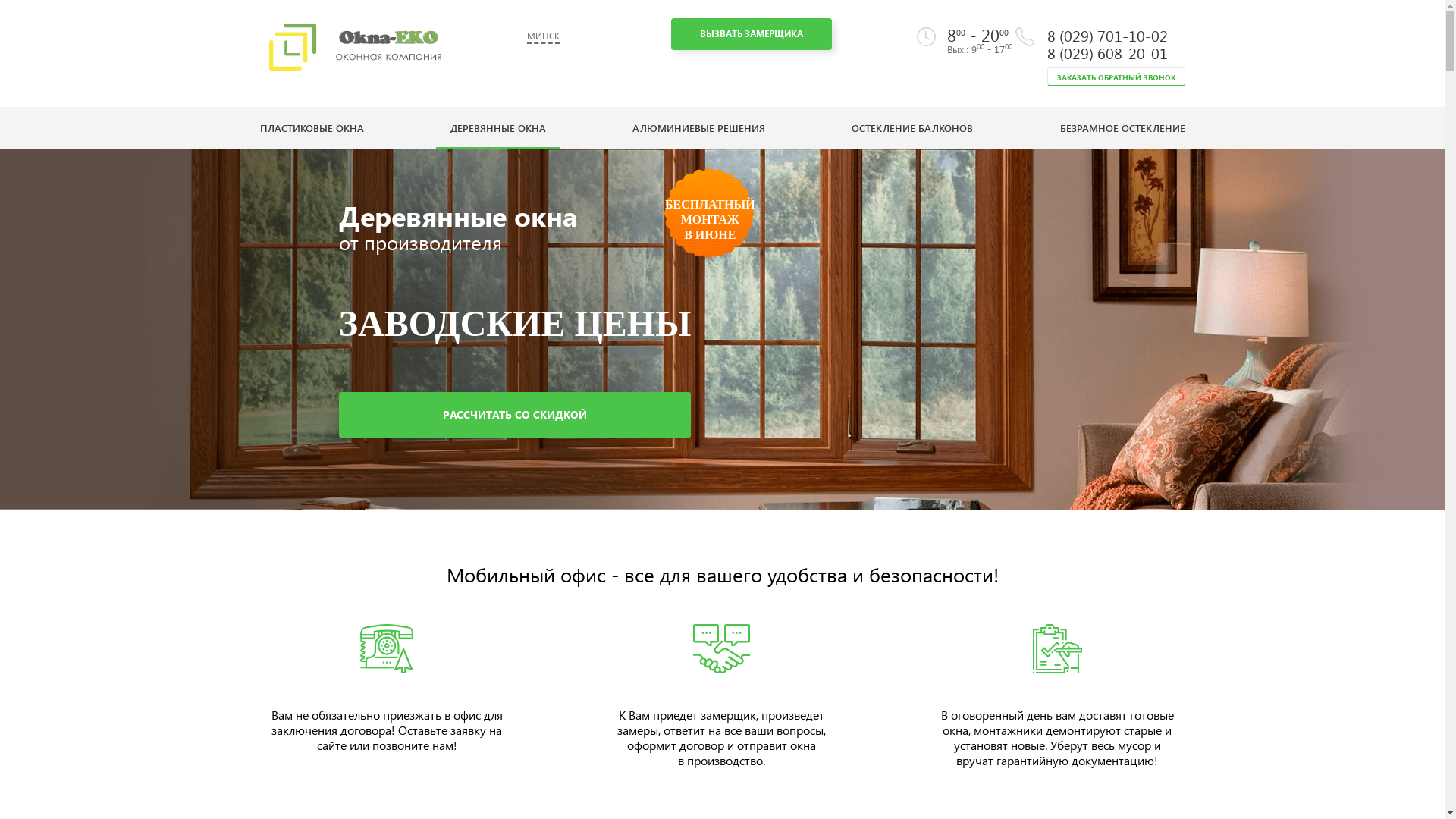  I want to click on '8 (029) 608-20-01', so click(1106, 52).